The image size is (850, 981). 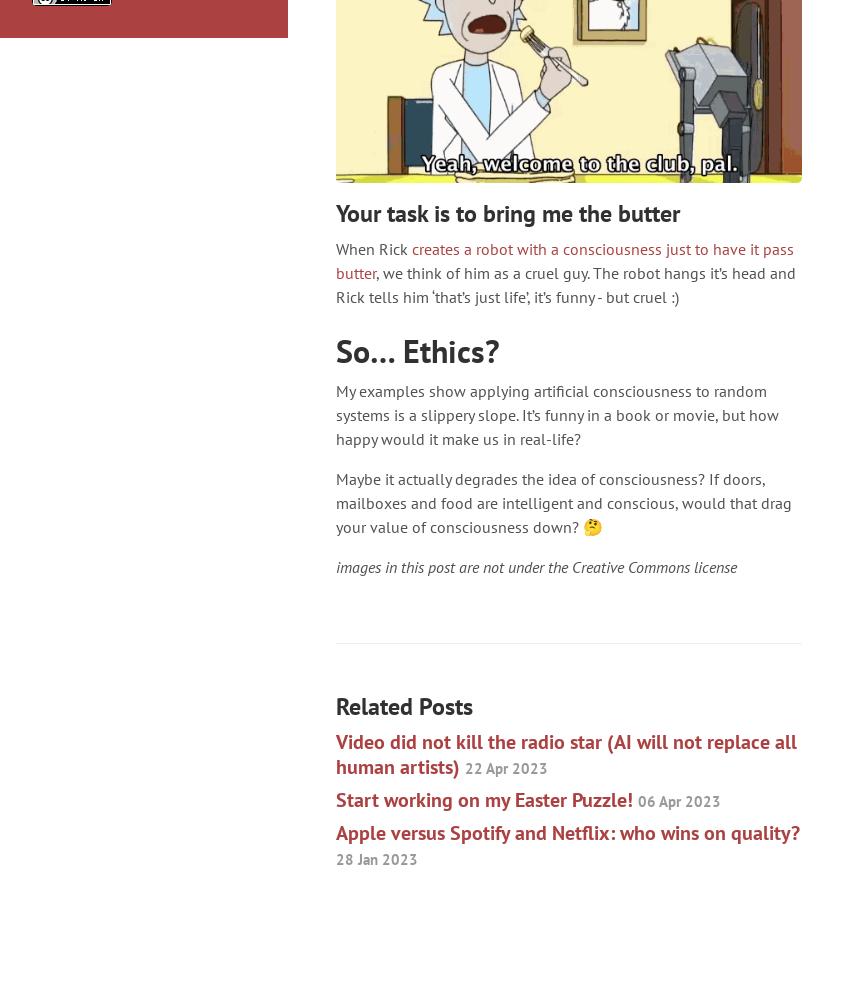 What do you see at coordinates (535, 566) in the screenshot?
I see `'images in this post are not under the Creative Commons license'` at bounding box center [535, 566].